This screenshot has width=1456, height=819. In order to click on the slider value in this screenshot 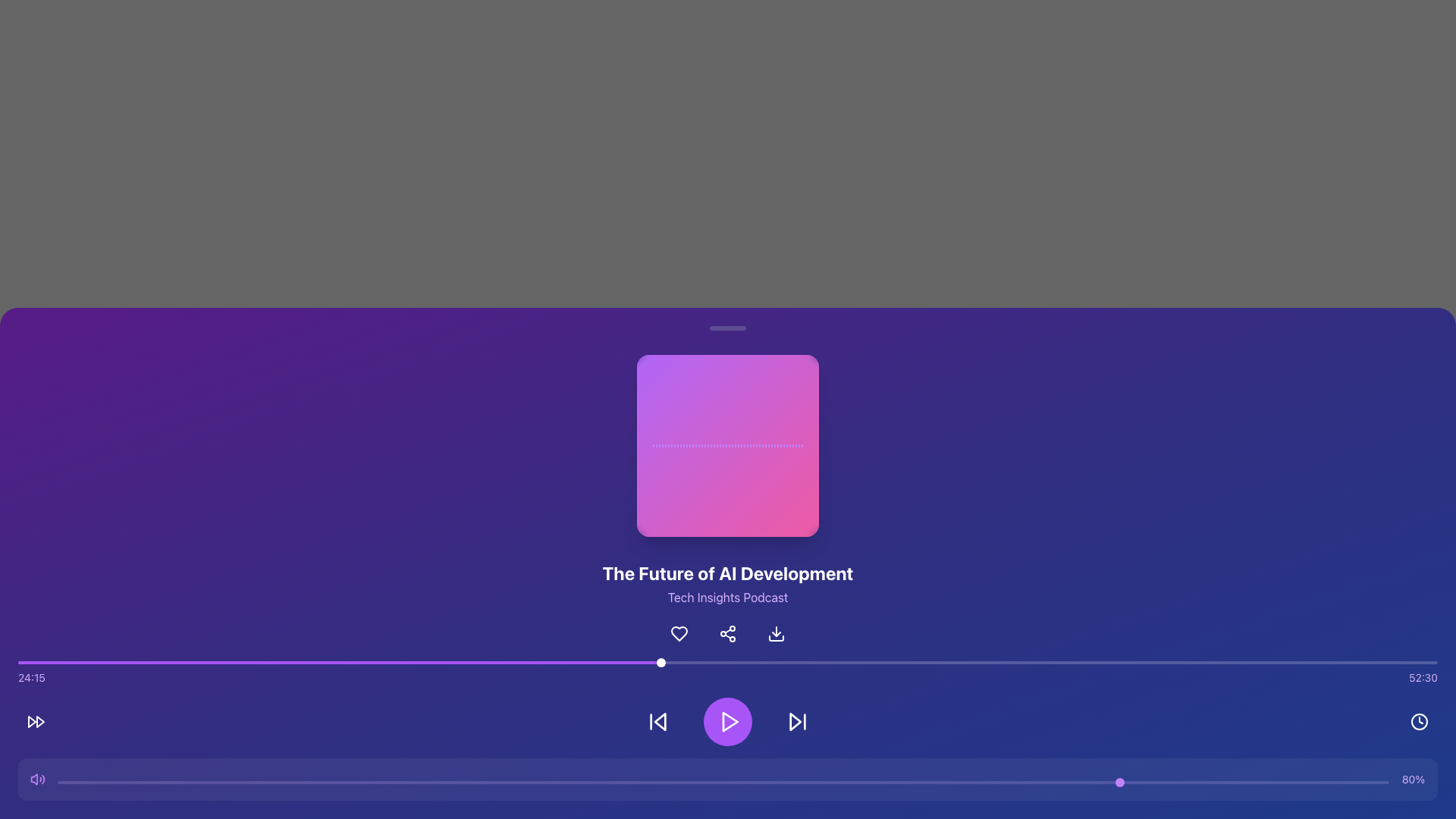, I will do `click(1122, 783)`.